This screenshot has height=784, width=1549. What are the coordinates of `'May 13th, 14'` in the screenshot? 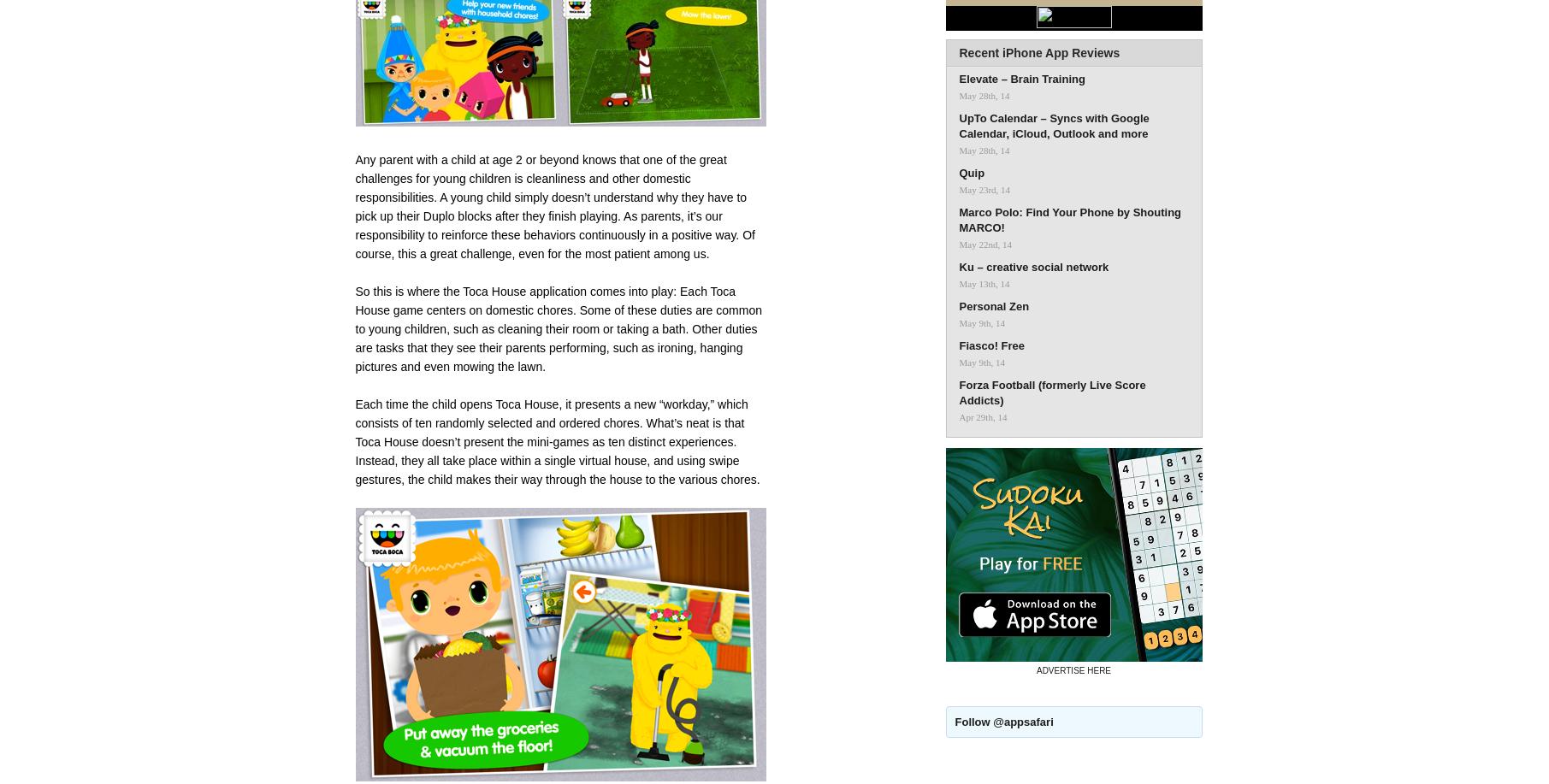 It's located at (983, 283).